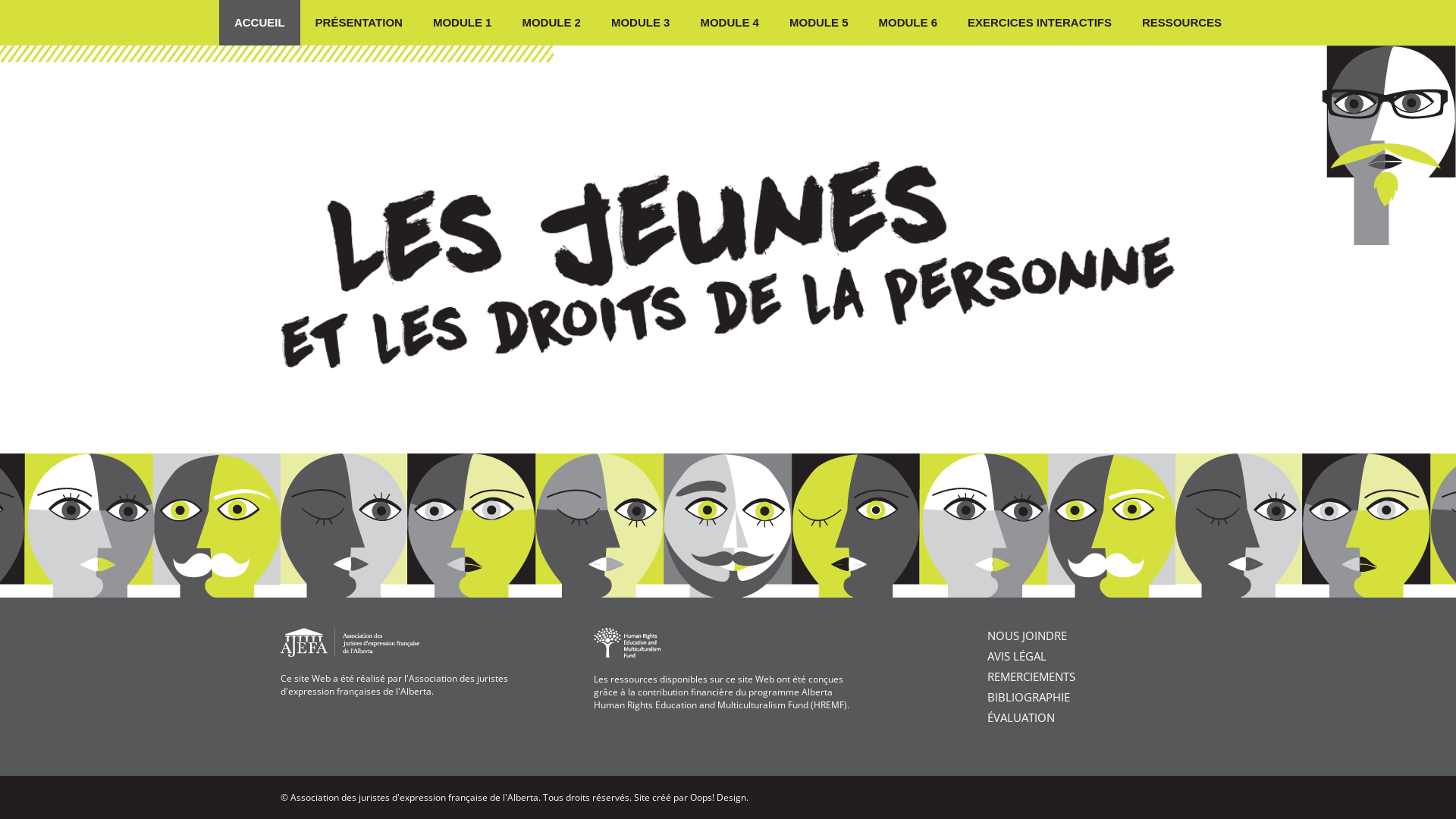  What do you see at coordinates (818, 23) in the screenshot?
I see `'MODULE 5'` at bounding box center [818, 23].